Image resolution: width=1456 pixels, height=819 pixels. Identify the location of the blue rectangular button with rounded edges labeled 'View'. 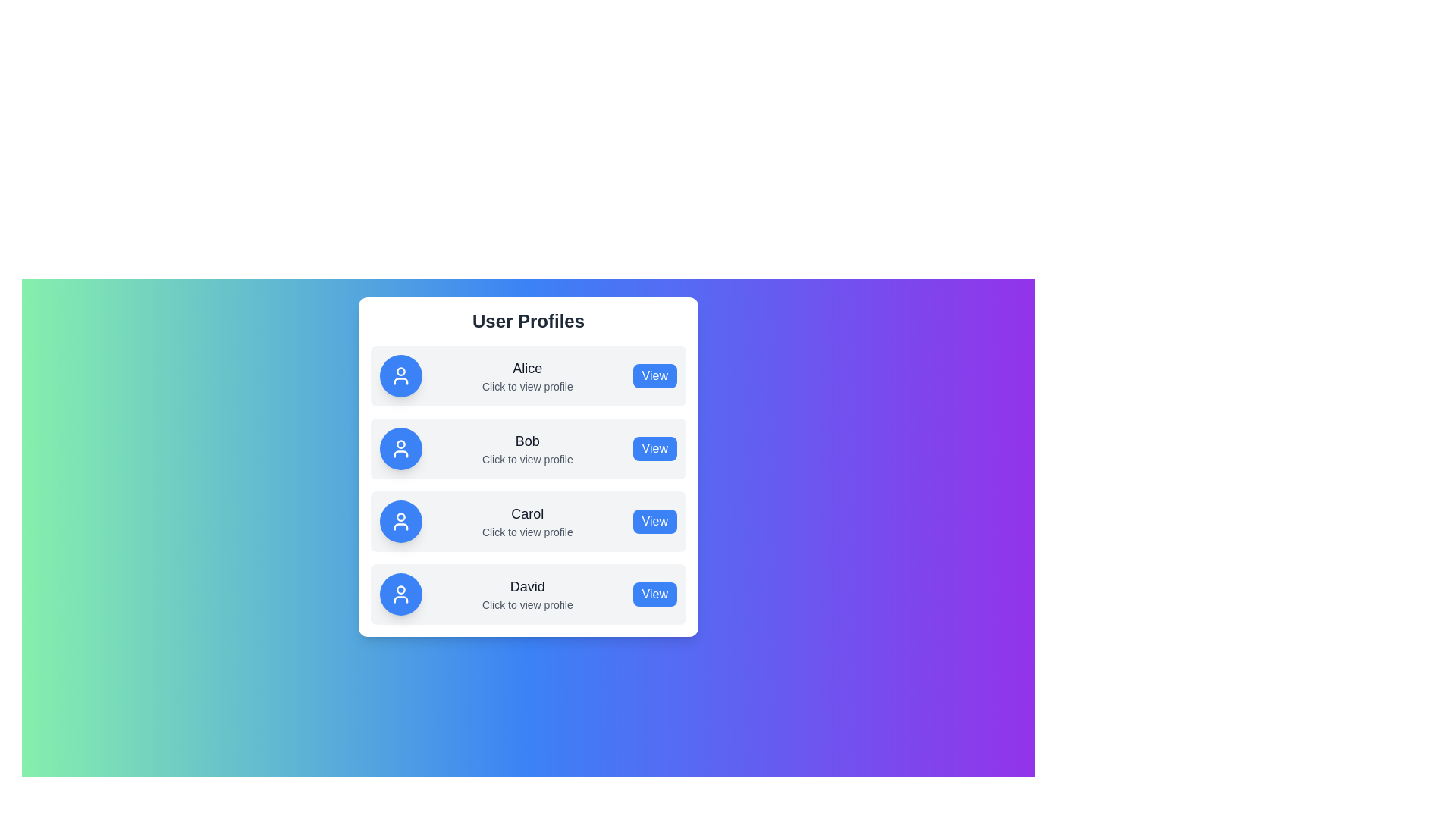
(654, 447).